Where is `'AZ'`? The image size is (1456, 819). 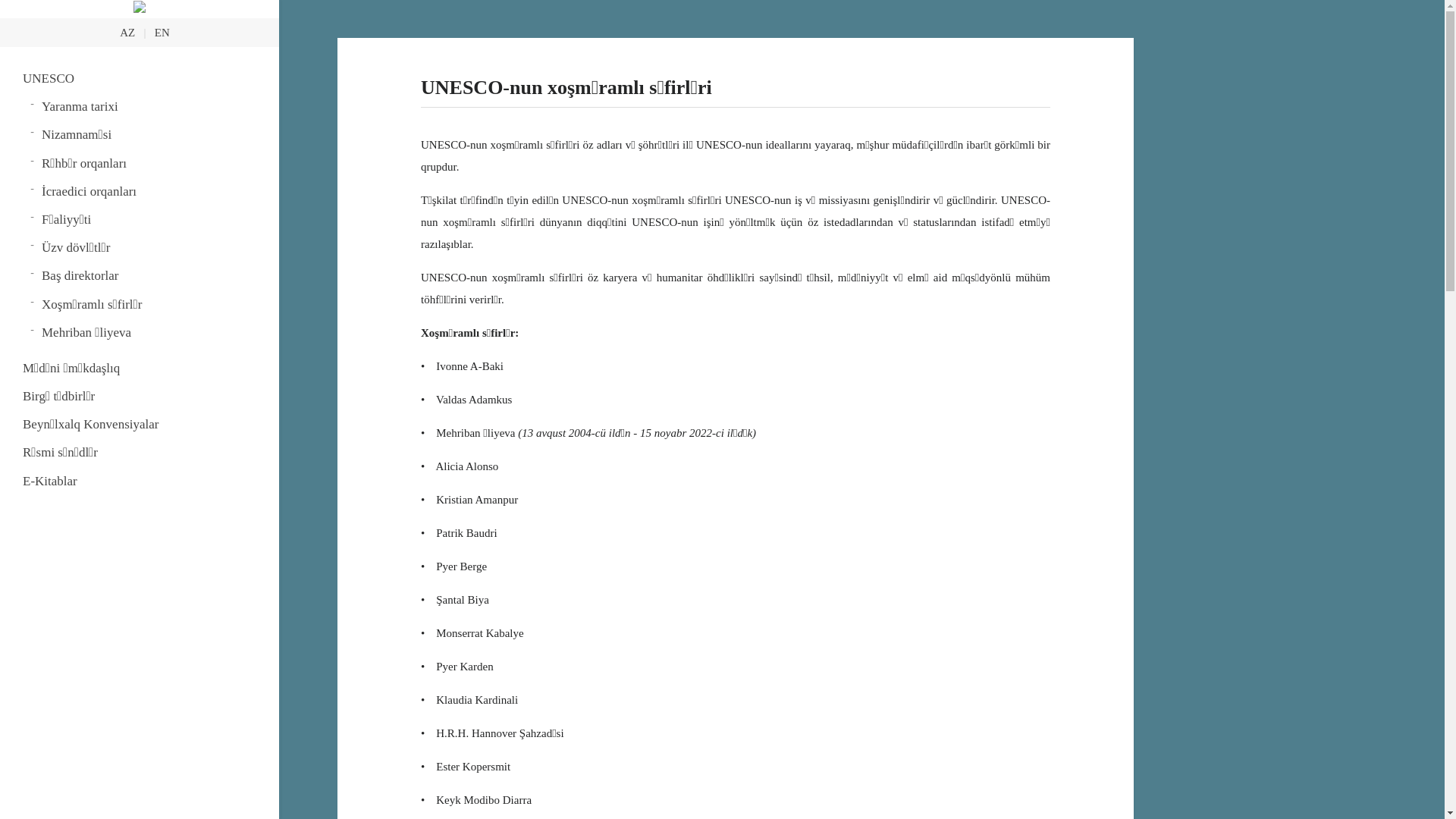
'AZ' is located at coordinates (127, 32).